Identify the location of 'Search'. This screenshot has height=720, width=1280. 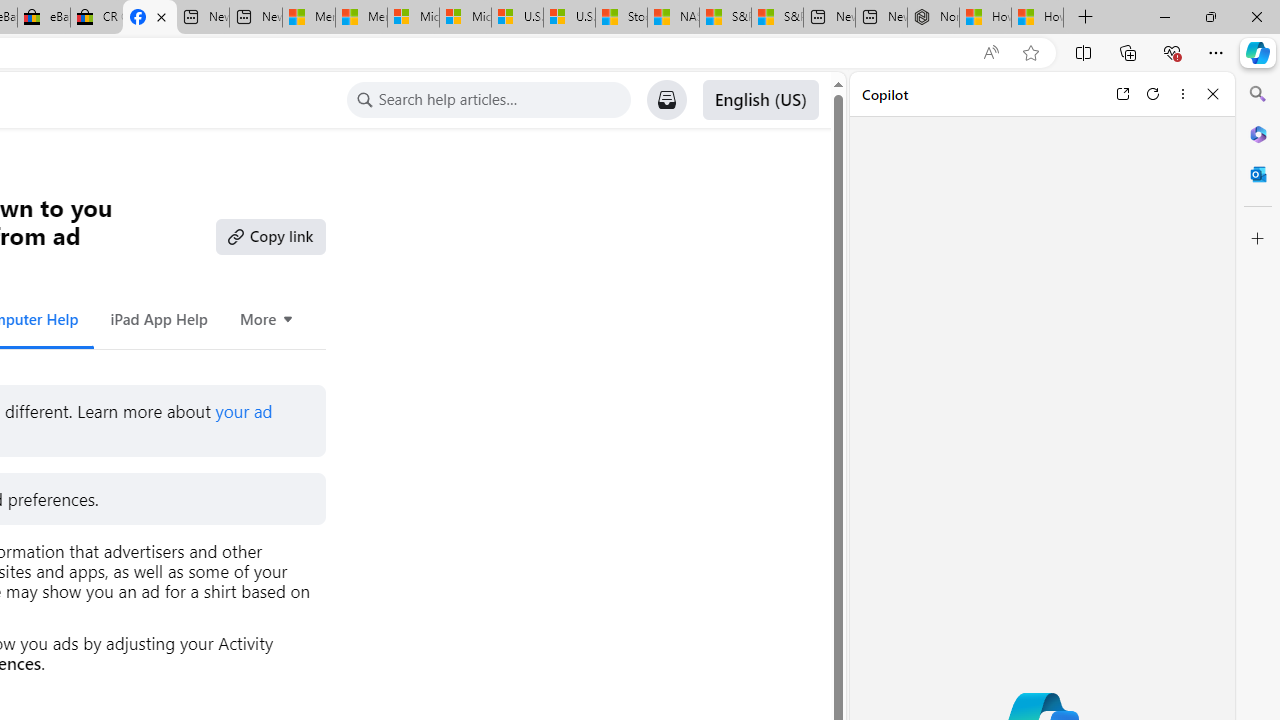
(1257, 94).